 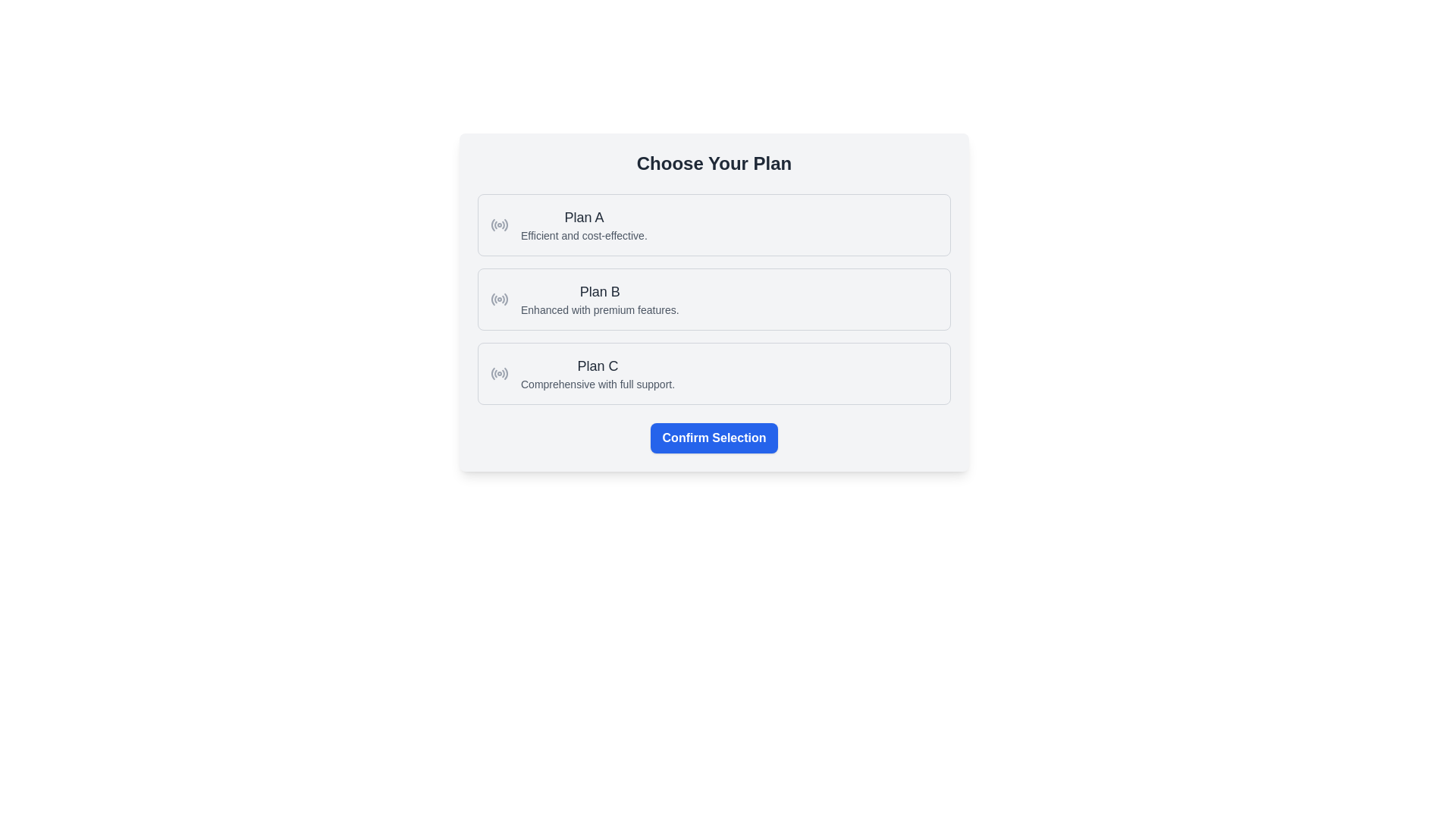 I want to click on the Indicator icon preceding 'Plan C Comprehensive with full support.', so click(x=499, y=374).